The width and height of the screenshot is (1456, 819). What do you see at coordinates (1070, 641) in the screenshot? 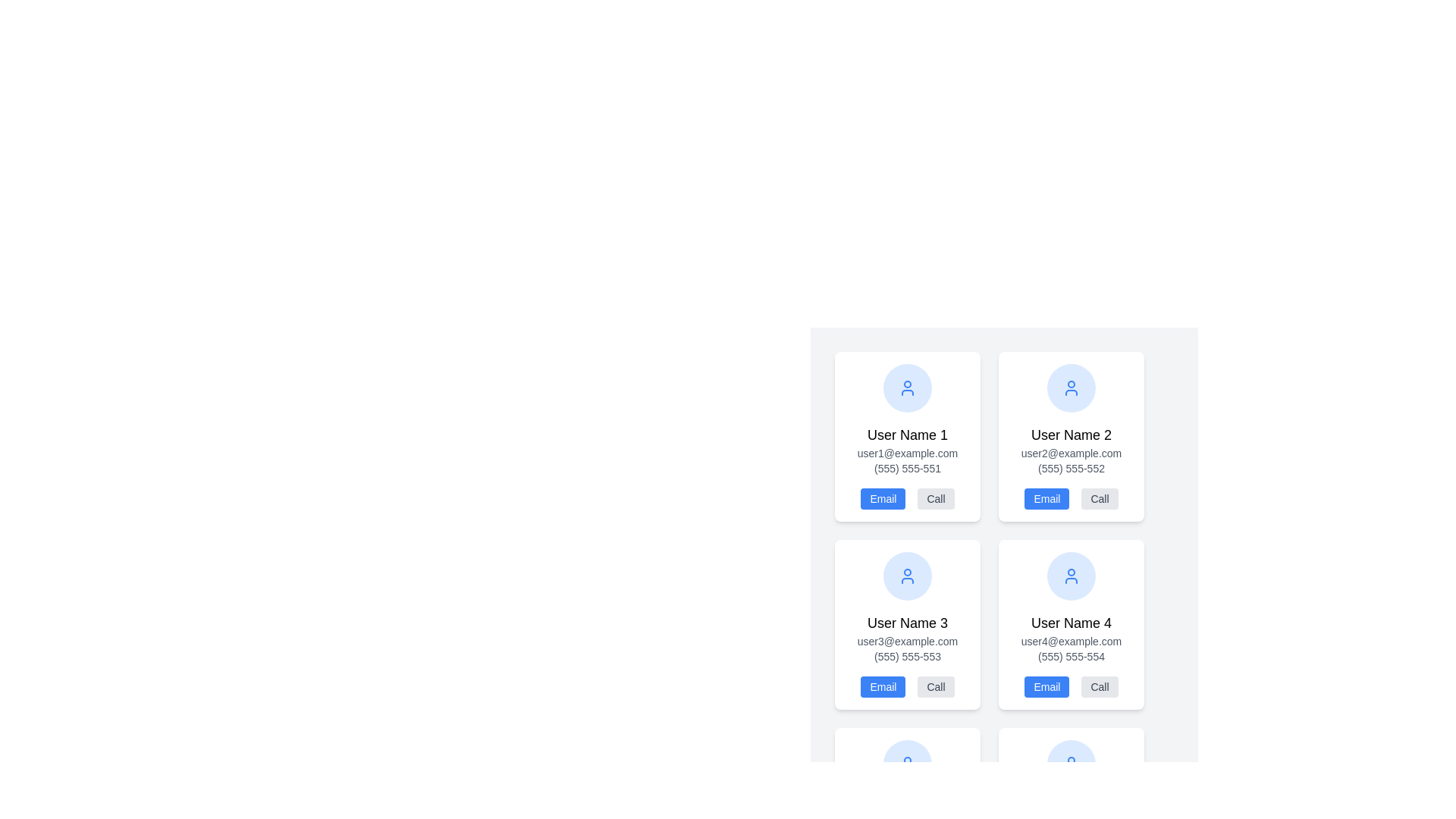
I see `the Static Text Label displaying the email address 'user4@example.com' located in the fourth user card in the grid, positioned below 'User Name 4'` at bounding box center [1070, 641].